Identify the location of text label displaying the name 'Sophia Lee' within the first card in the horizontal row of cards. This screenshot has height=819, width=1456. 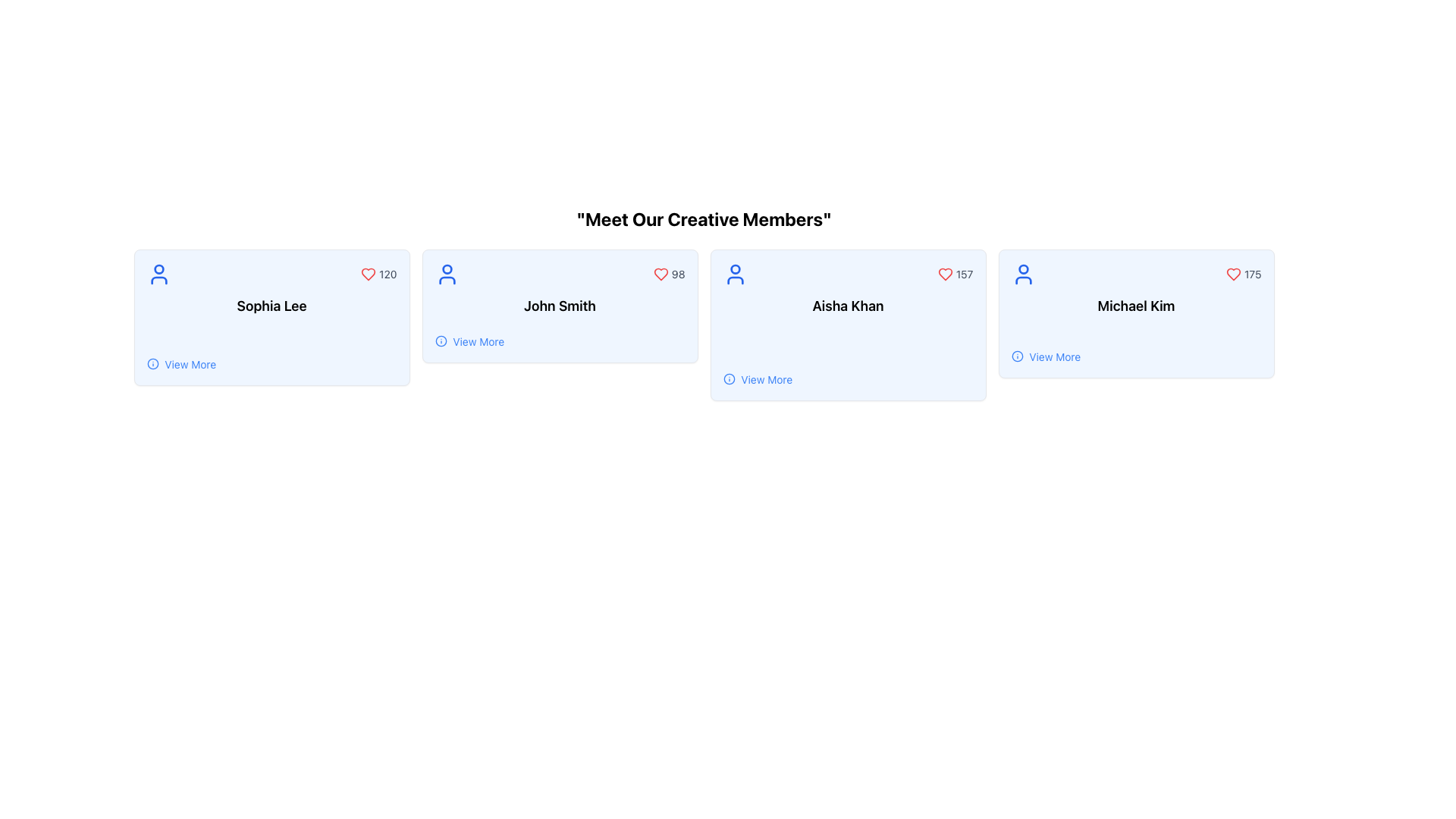
(271, 306).